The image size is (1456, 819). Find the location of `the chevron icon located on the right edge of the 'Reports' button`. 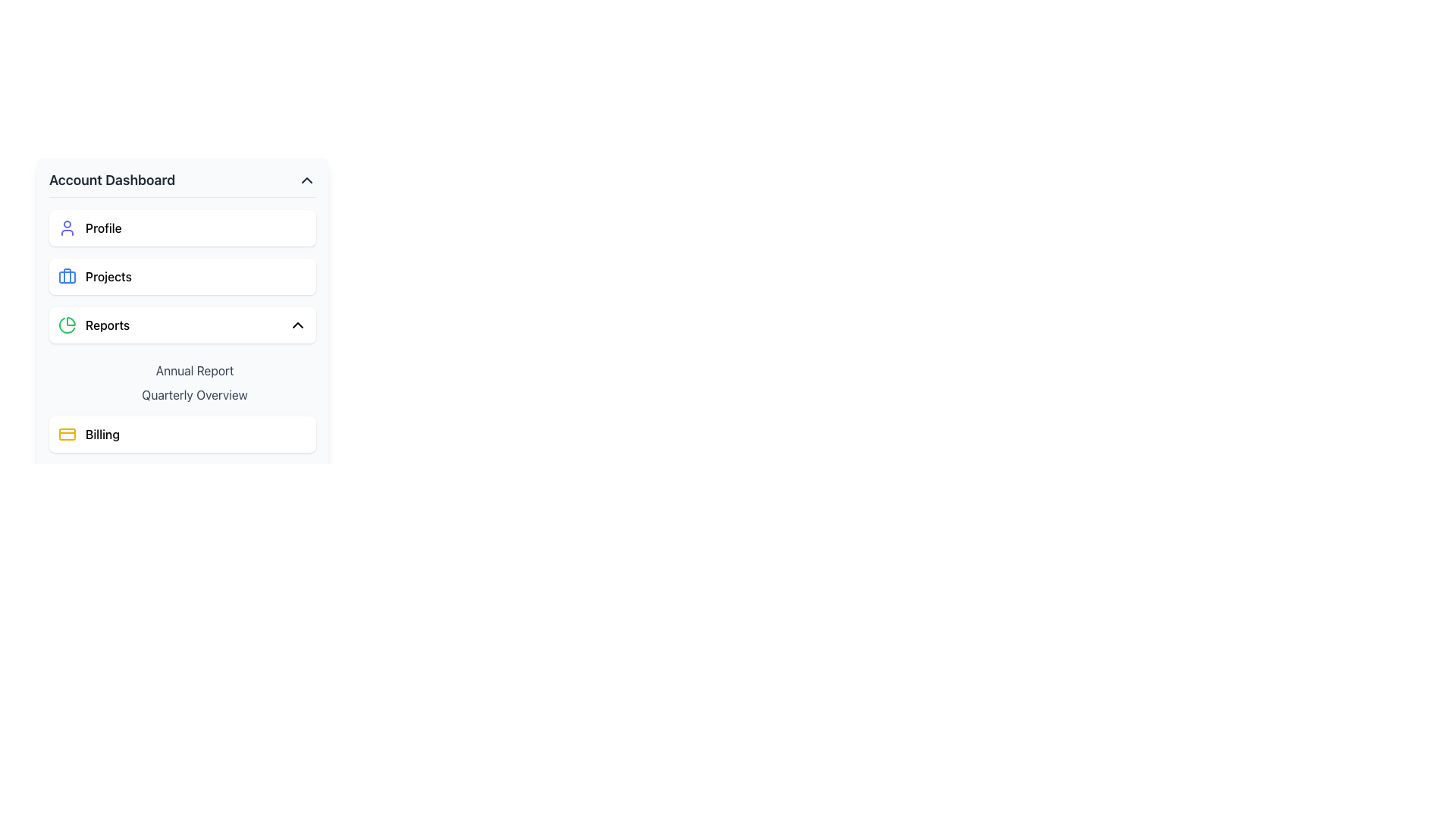

the chevron icon located on the right edge of the 'Reports' button is located at coordinates (298, 324).